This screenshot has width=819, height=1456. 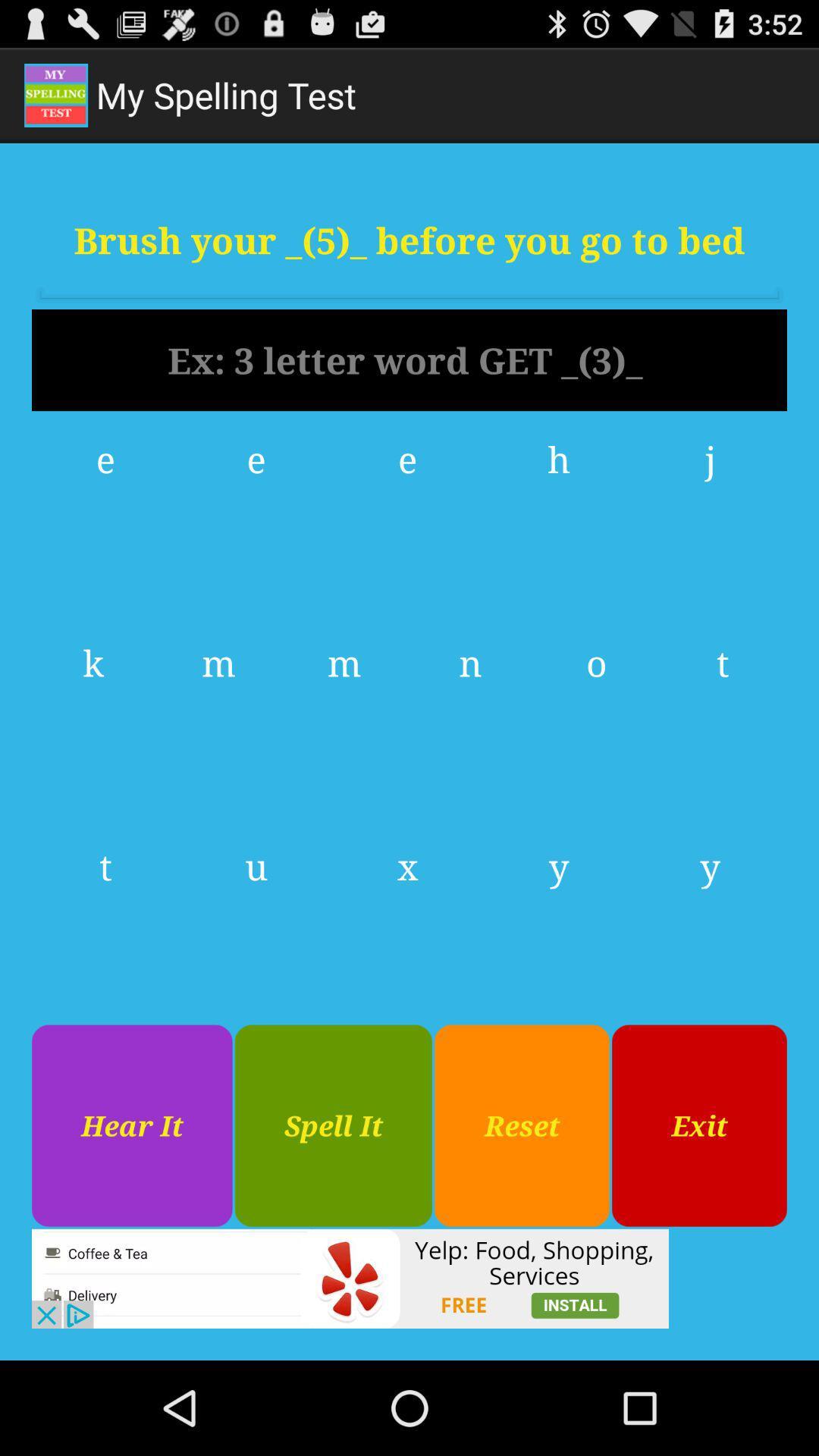 What do you see at coordinates (409, 359) in the screenshot?
I see `text box` at bounding box center [409, 359].